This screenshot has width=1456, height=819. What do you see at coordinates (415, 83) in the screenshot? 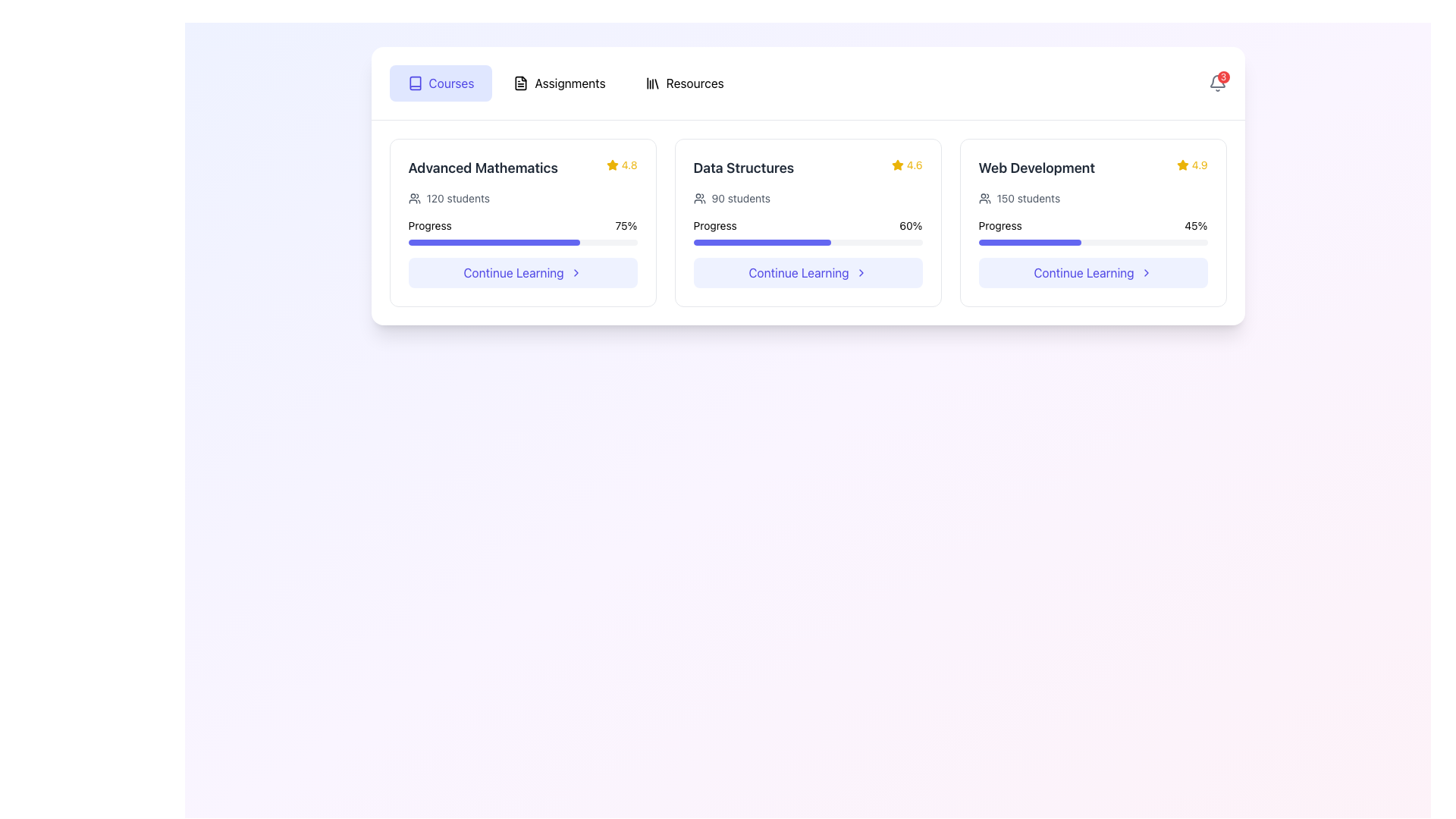
I see `the book icon located in the navigation menu next to the 'Courses' tab label at the top-left section of the interface` at bounding box center [415, 83].